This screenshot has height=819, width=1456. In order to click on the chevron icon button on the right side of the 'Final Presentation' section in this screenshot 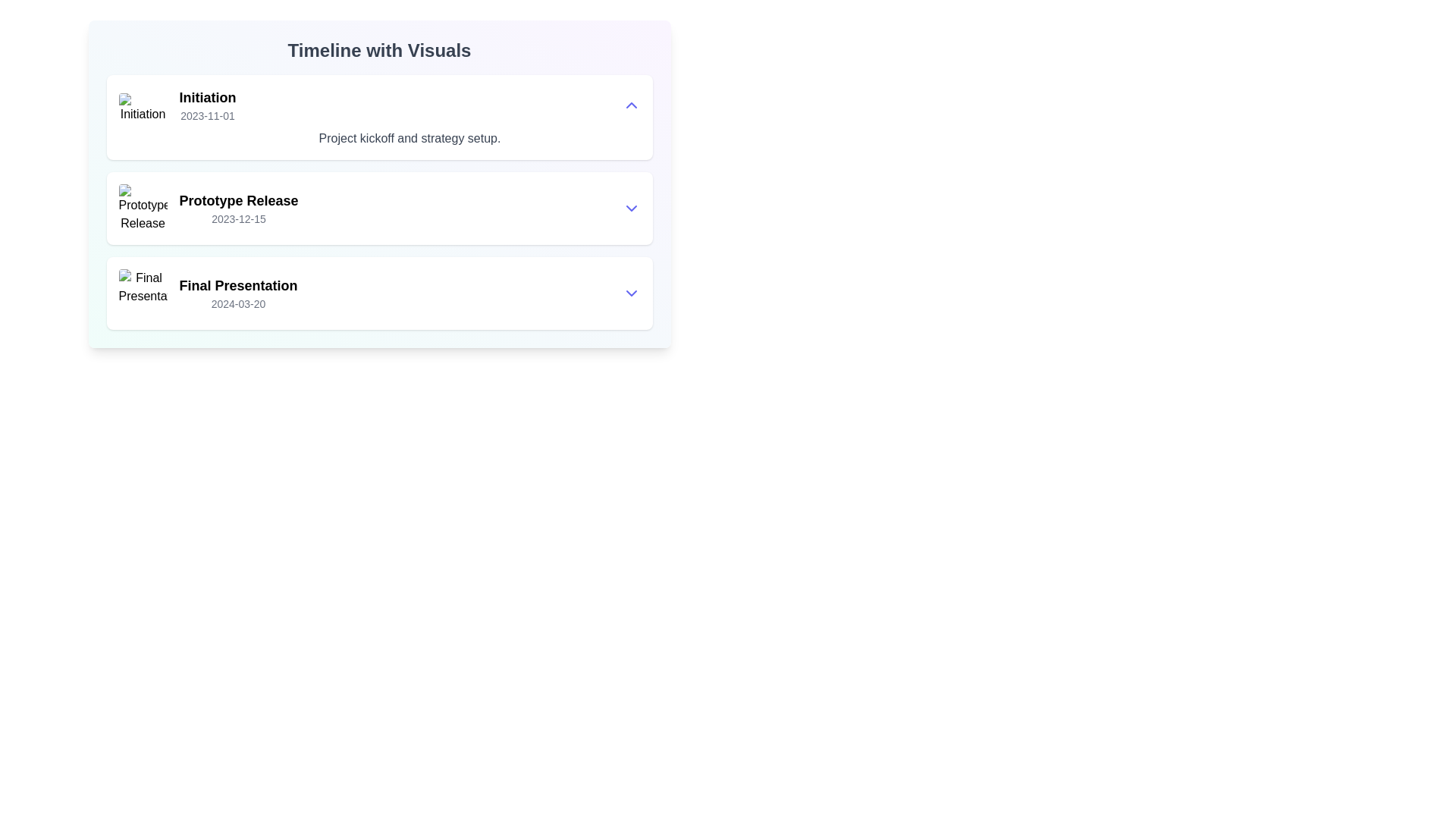, I will do `click(631, 293)`.